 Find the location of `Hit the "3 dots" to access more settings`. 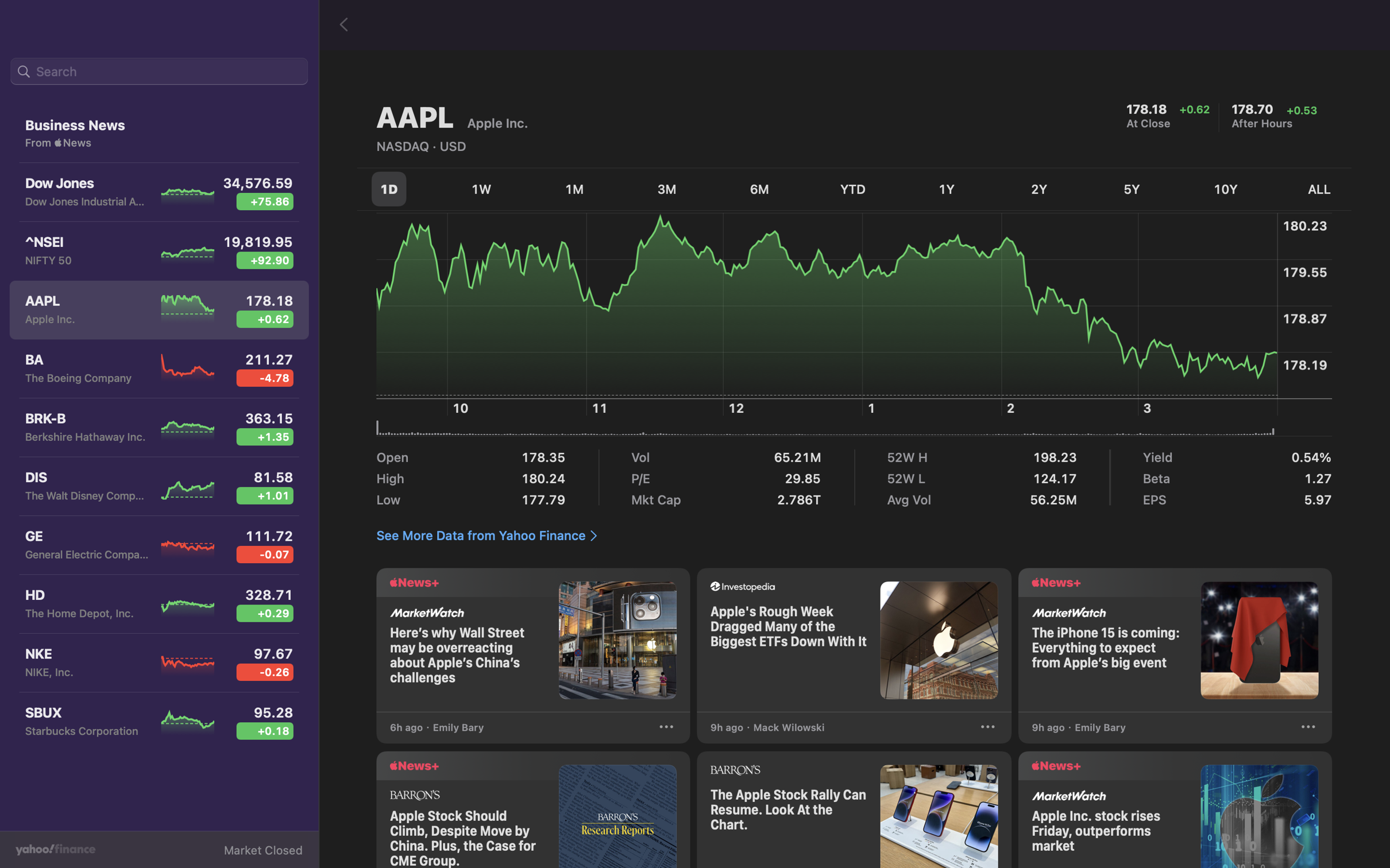

Hit the "3 dots" to access more settings is located at coordinates (1307, 728).